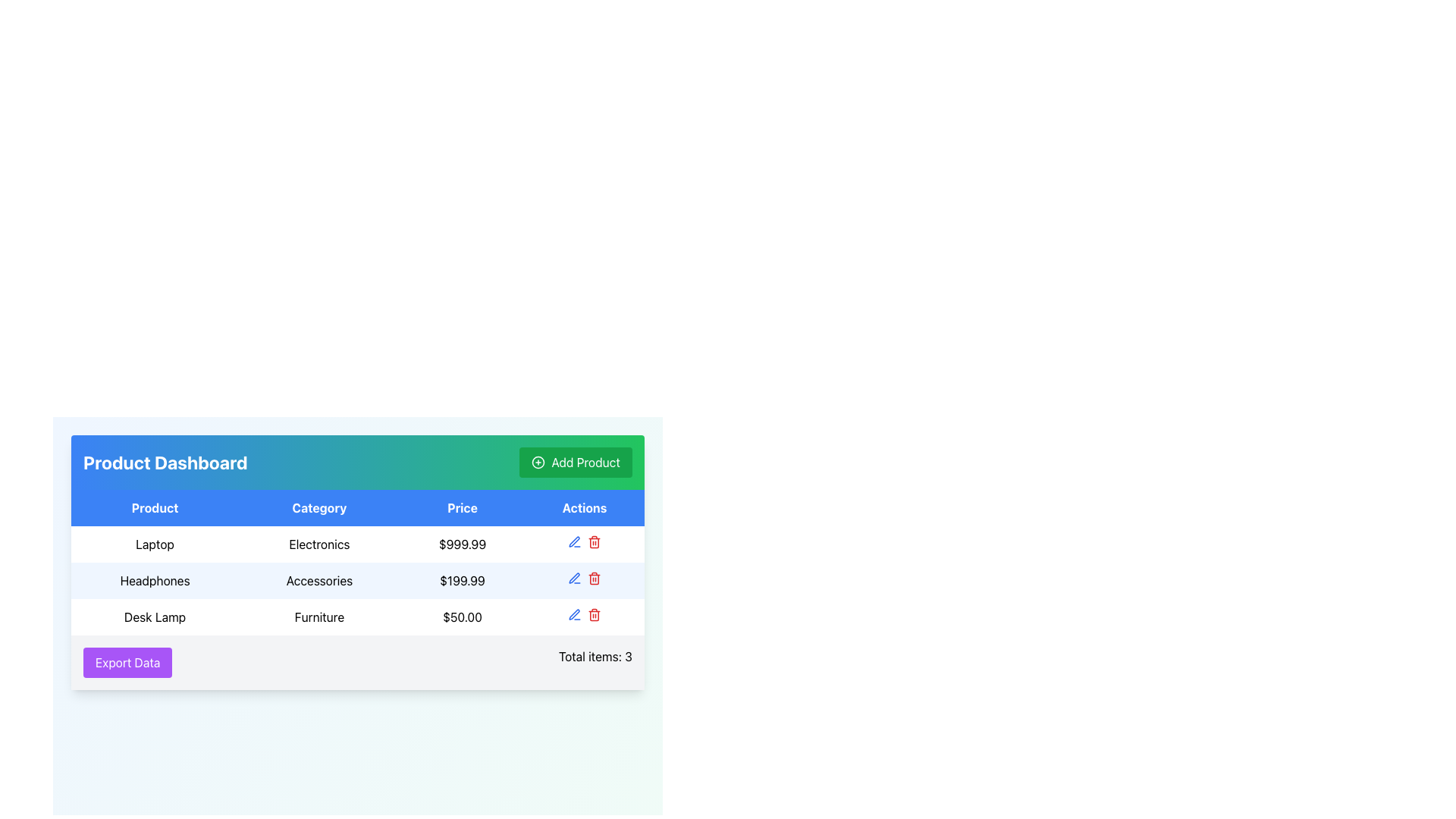 The height and width of the screenshot is (819, 1456). Describe the element at coordinates (574, 541) in the screenshot. I see `the blue pen icon button in the 'Actions' column for the 'Electronics' product row to initiate editing` at that location.